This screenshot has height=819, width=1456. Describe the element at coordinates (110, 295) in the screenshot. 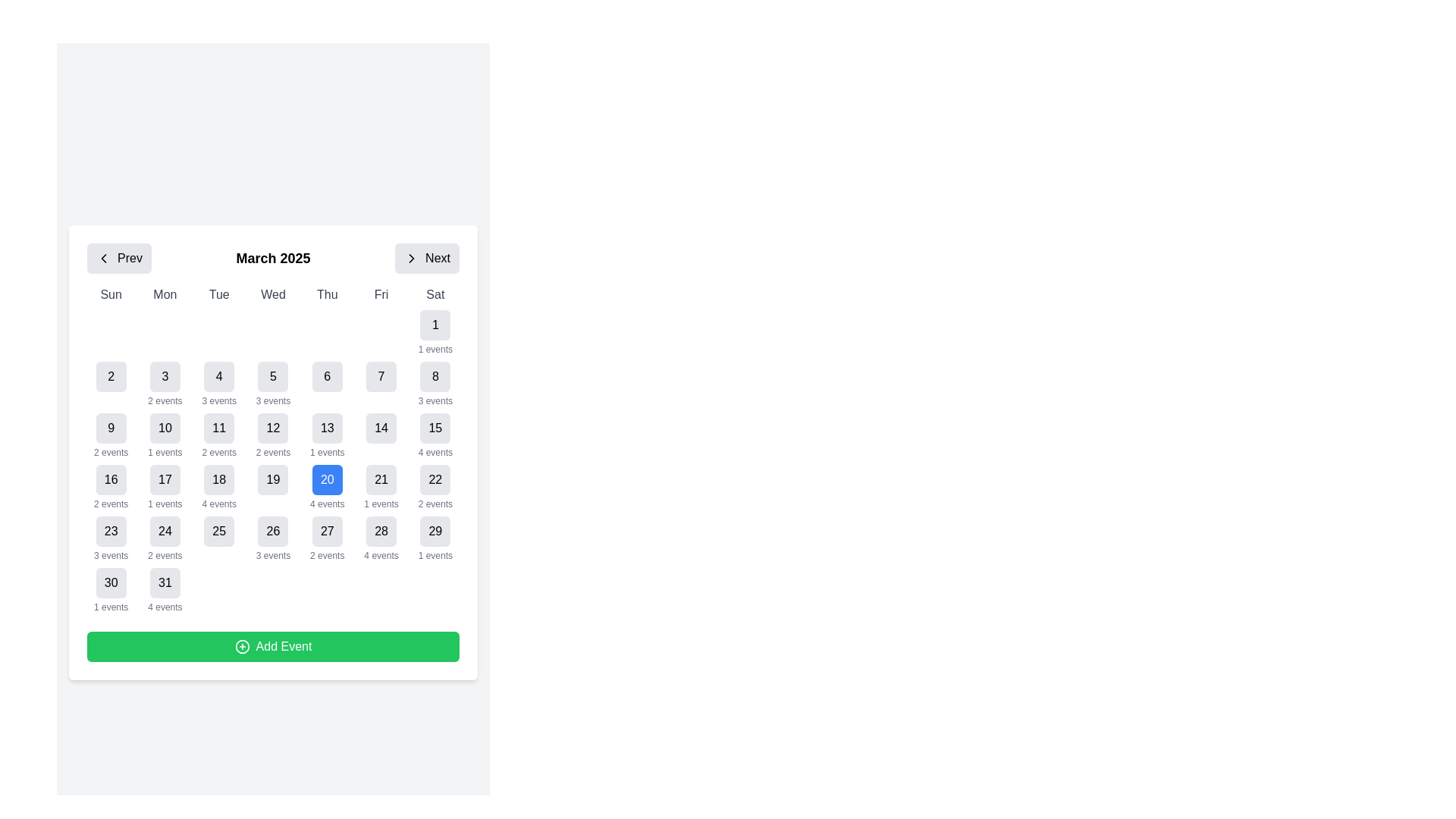

I see `the text label displaying 'Sun' in the calendar header row, which marks the first day of the week` at that location.